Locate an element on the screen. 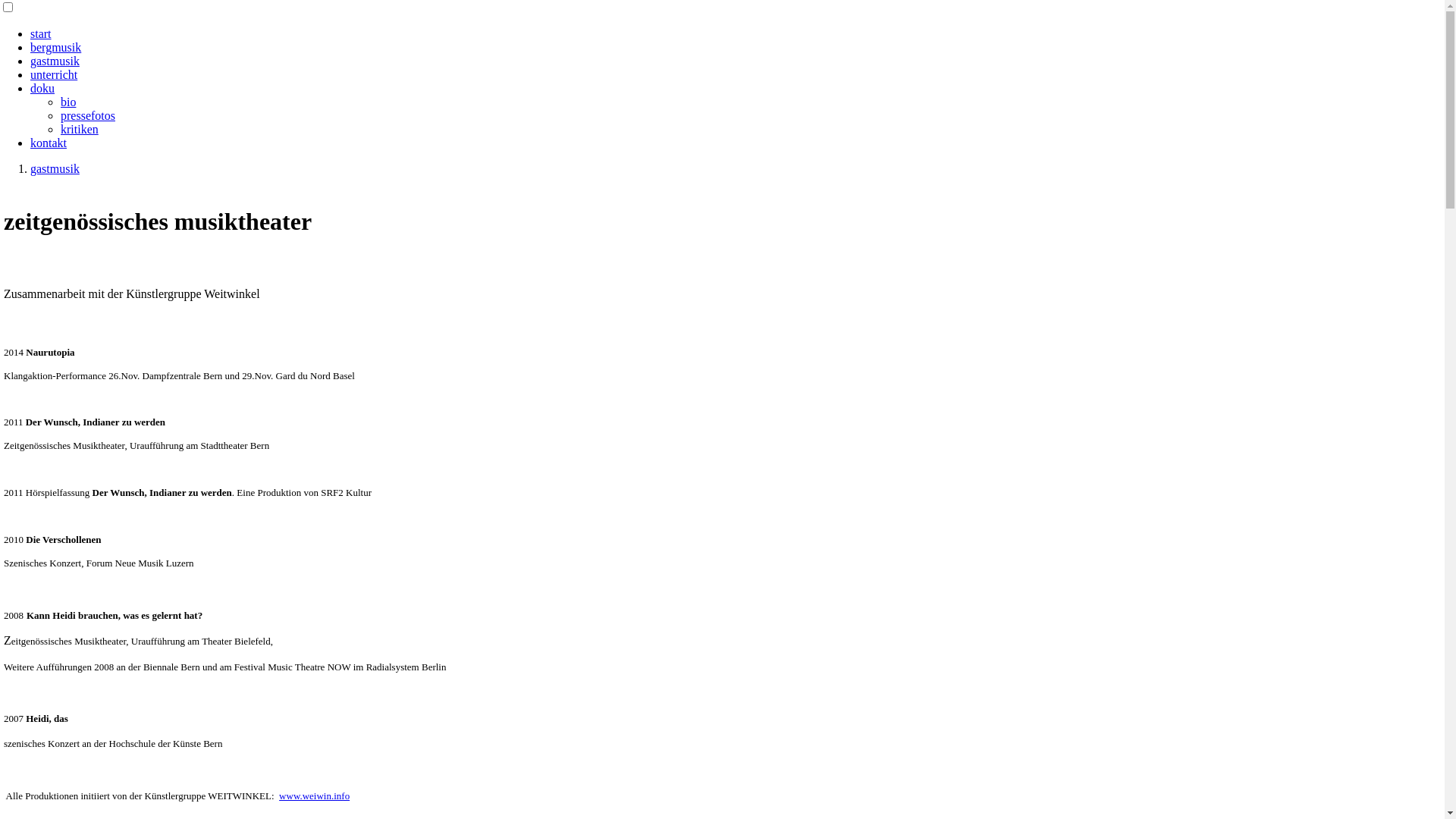 Image resolution: width=1456 pixels, height=819 pixels. 'www.weiwin.info' is located at coordinates (279, 795).